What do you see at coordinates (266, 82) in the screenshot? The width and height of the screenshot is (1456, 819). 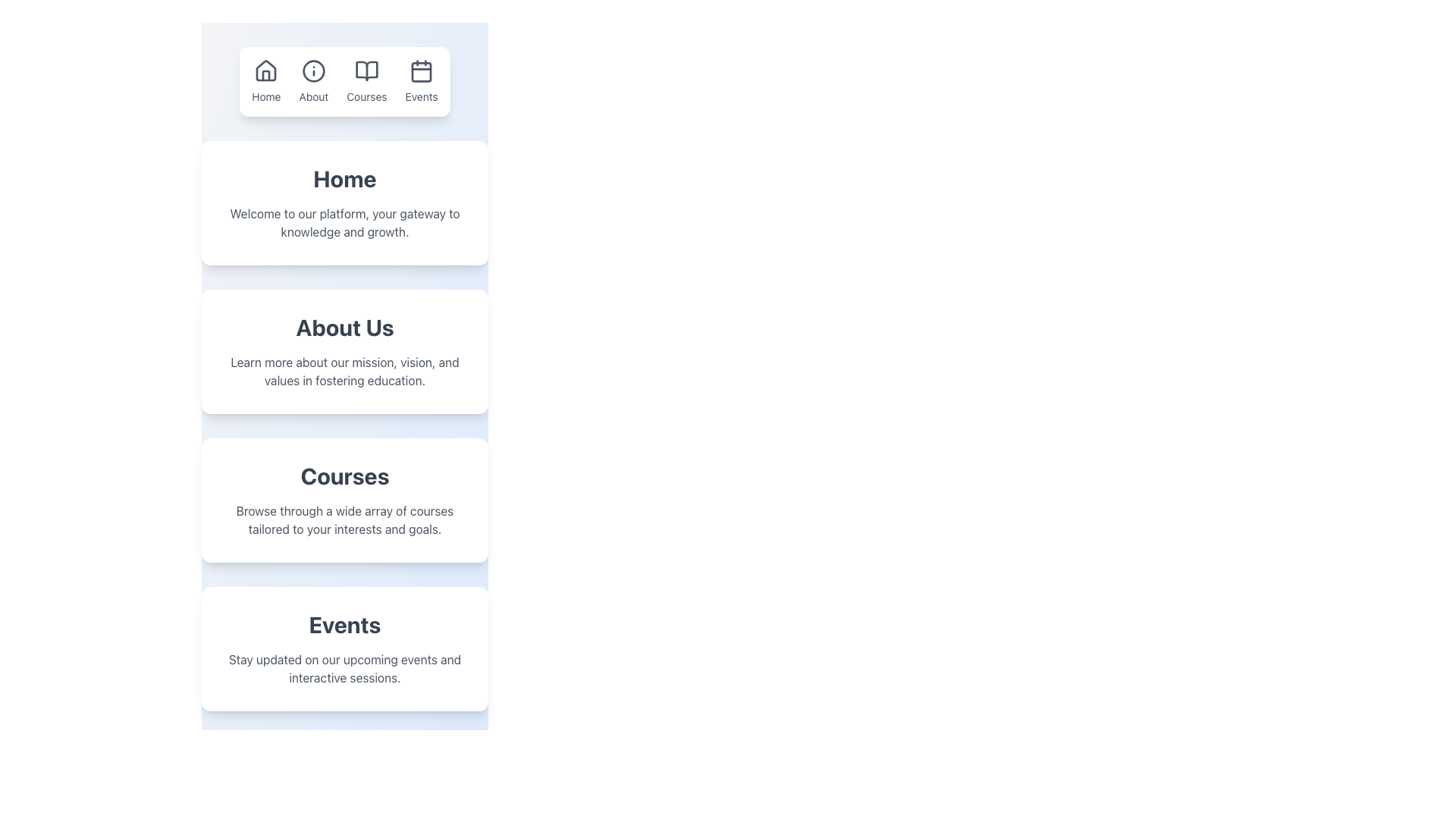 I see `the Interactive navigation button labeled 'Home'` at bounding box center [266, 82].